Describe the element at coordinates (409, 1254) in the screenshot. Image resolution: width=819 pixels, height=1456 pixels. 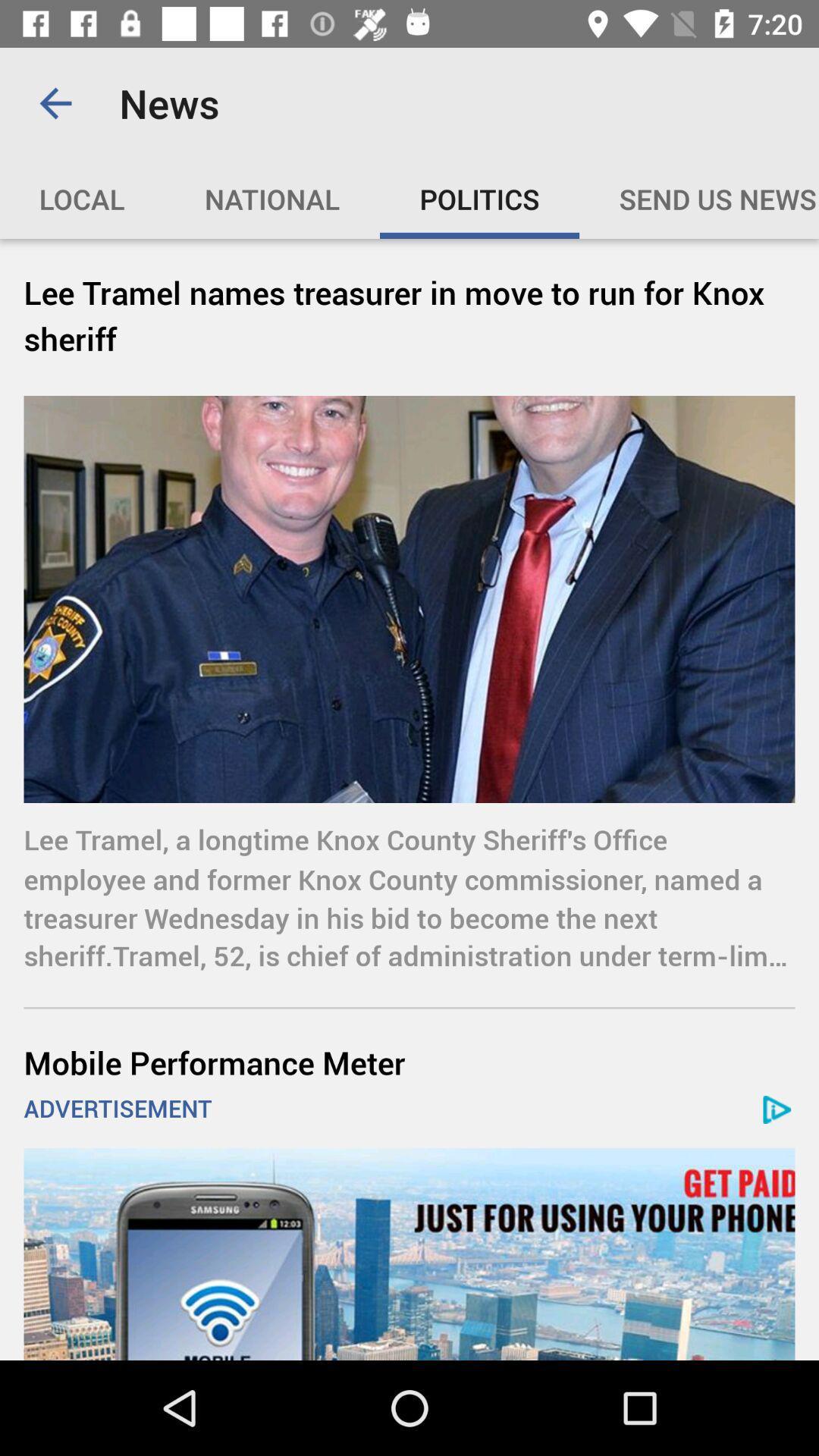
I see `open advertisement` at that location.